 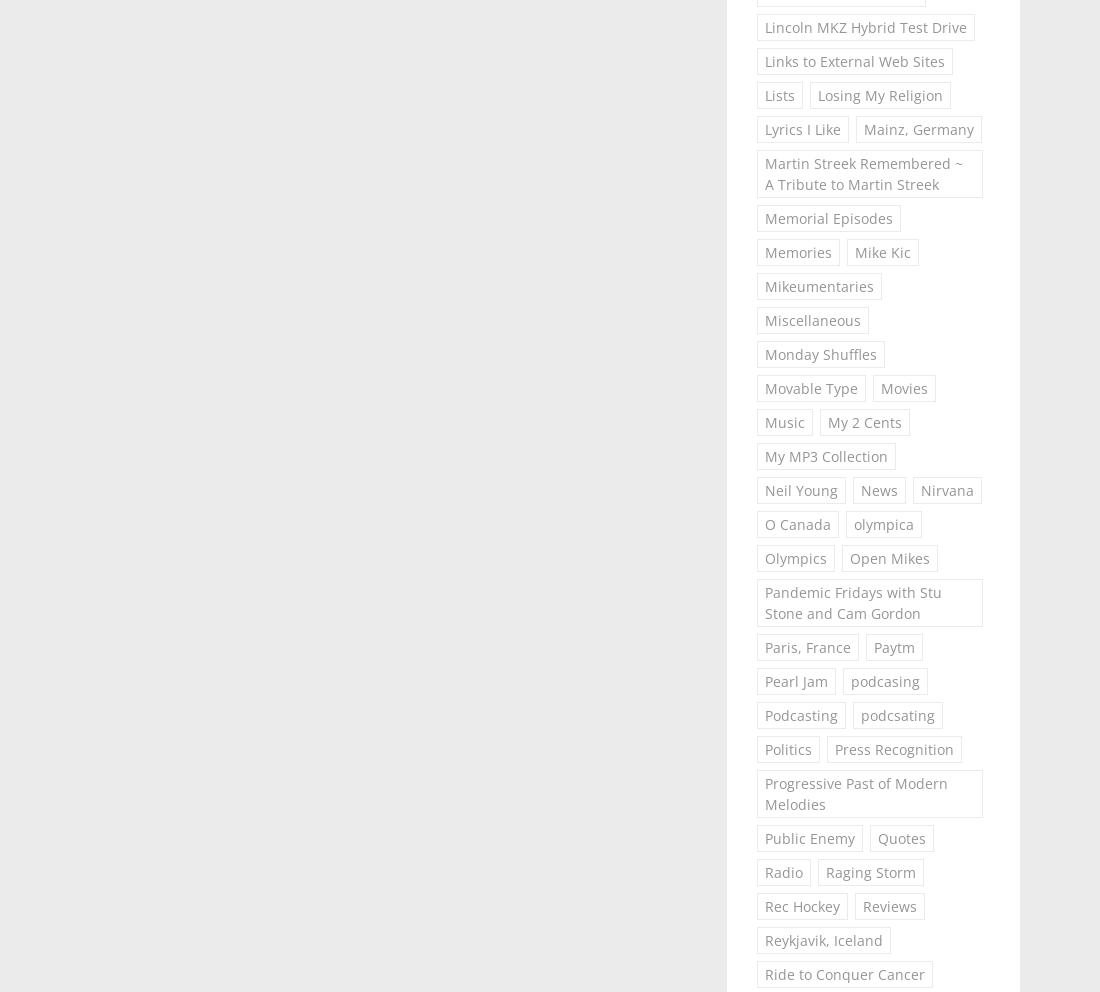 What do you see at coordinates (892, 647) in the screenshot?
I see `'Paytm'` at bounding box center [892, 647].